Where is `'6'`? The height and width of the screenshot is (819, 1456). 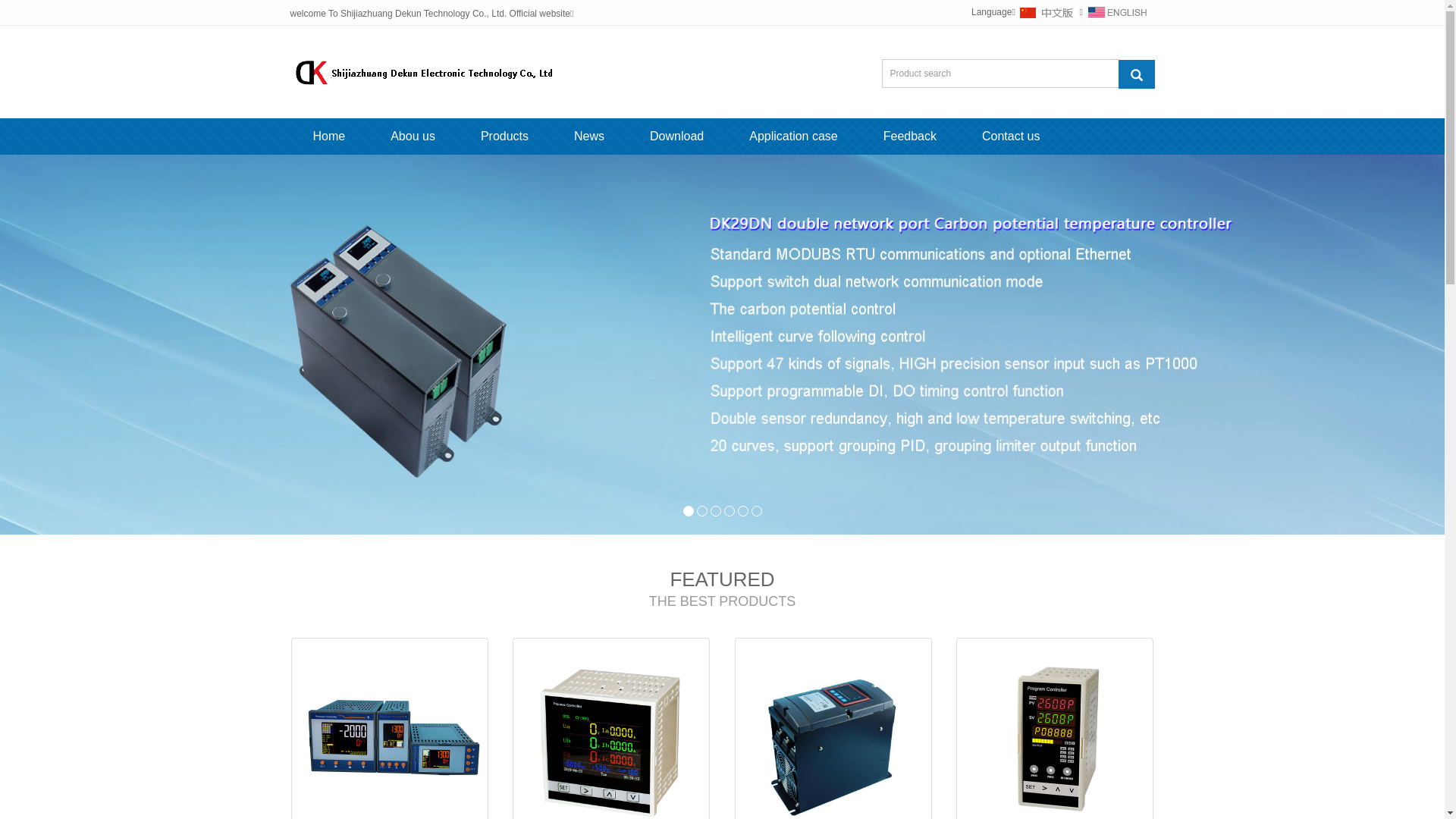 '6' is located at coordinates (756, 511).